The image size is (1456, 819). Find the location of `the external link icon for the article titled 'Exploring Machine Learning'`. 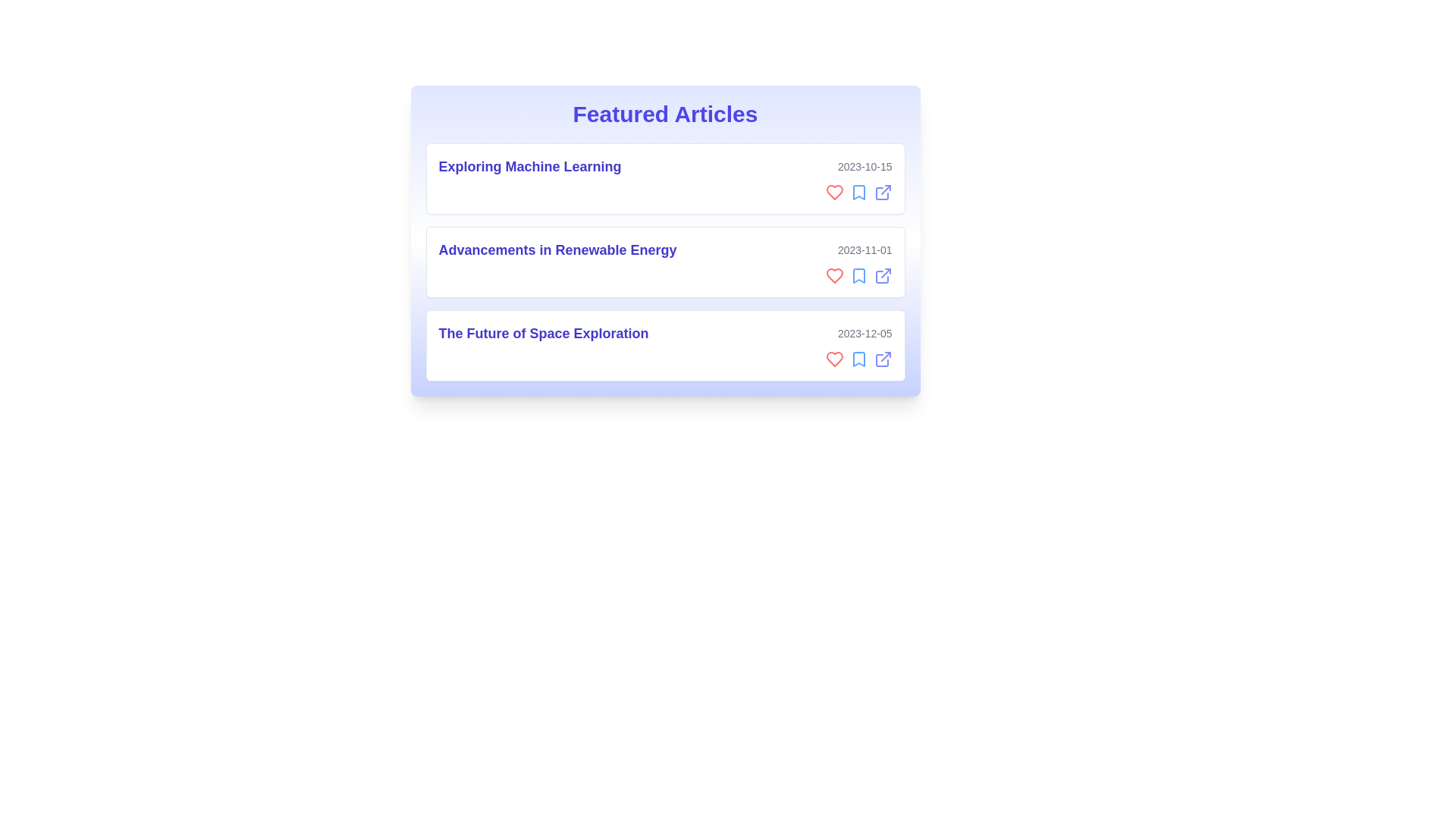

the external link icon for the article titled 'Exploring Machine Learning' is located at coordinates (883, 192).